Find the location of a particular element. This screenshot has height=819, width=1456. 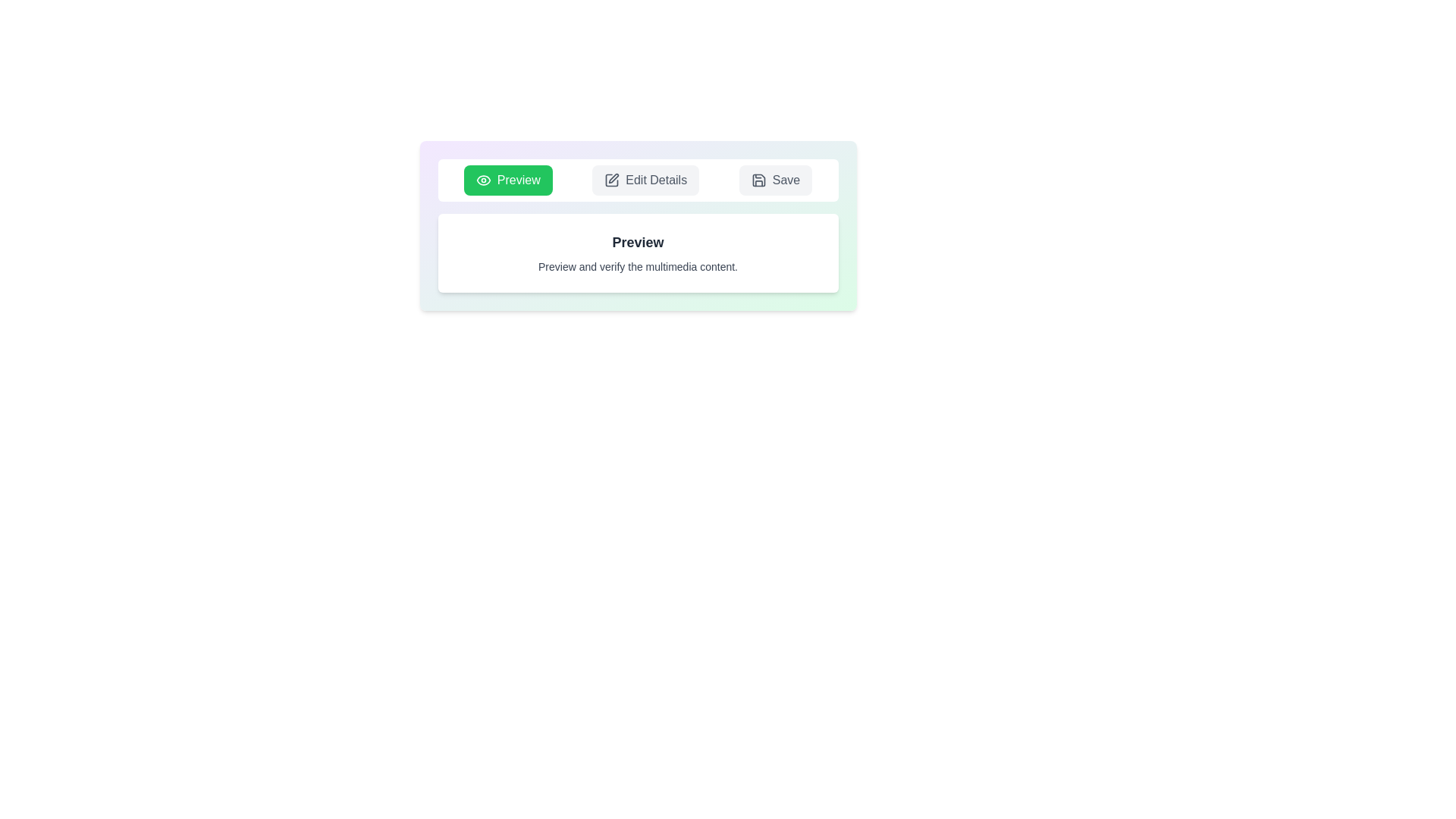

the tab corresponding to Preview is located at coordinates (508, 180).